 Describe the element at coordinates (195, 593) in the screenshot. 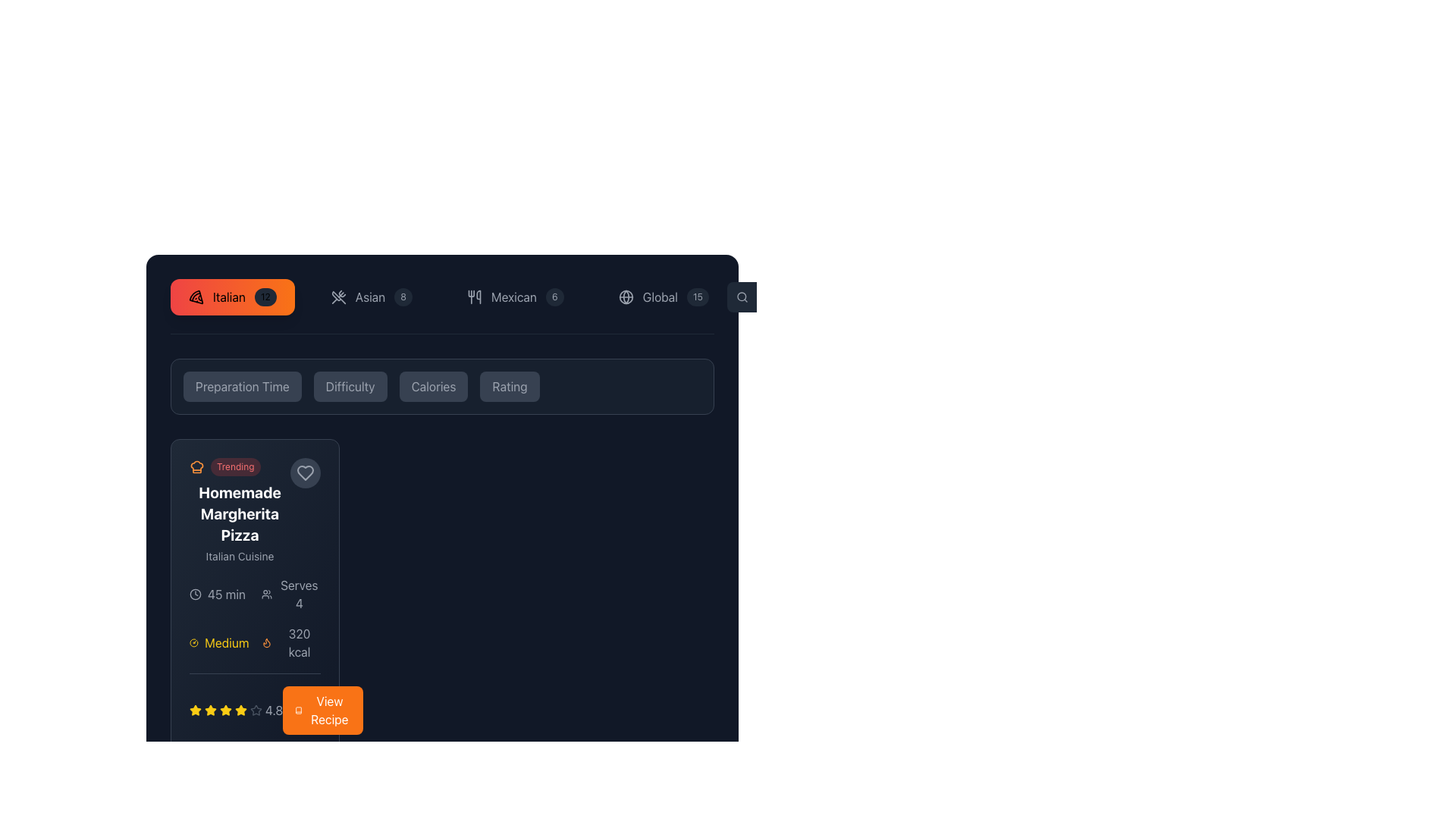

I see `the circular graphical element representing the clock's face located in the top-left corner of the recipe card` at that location.